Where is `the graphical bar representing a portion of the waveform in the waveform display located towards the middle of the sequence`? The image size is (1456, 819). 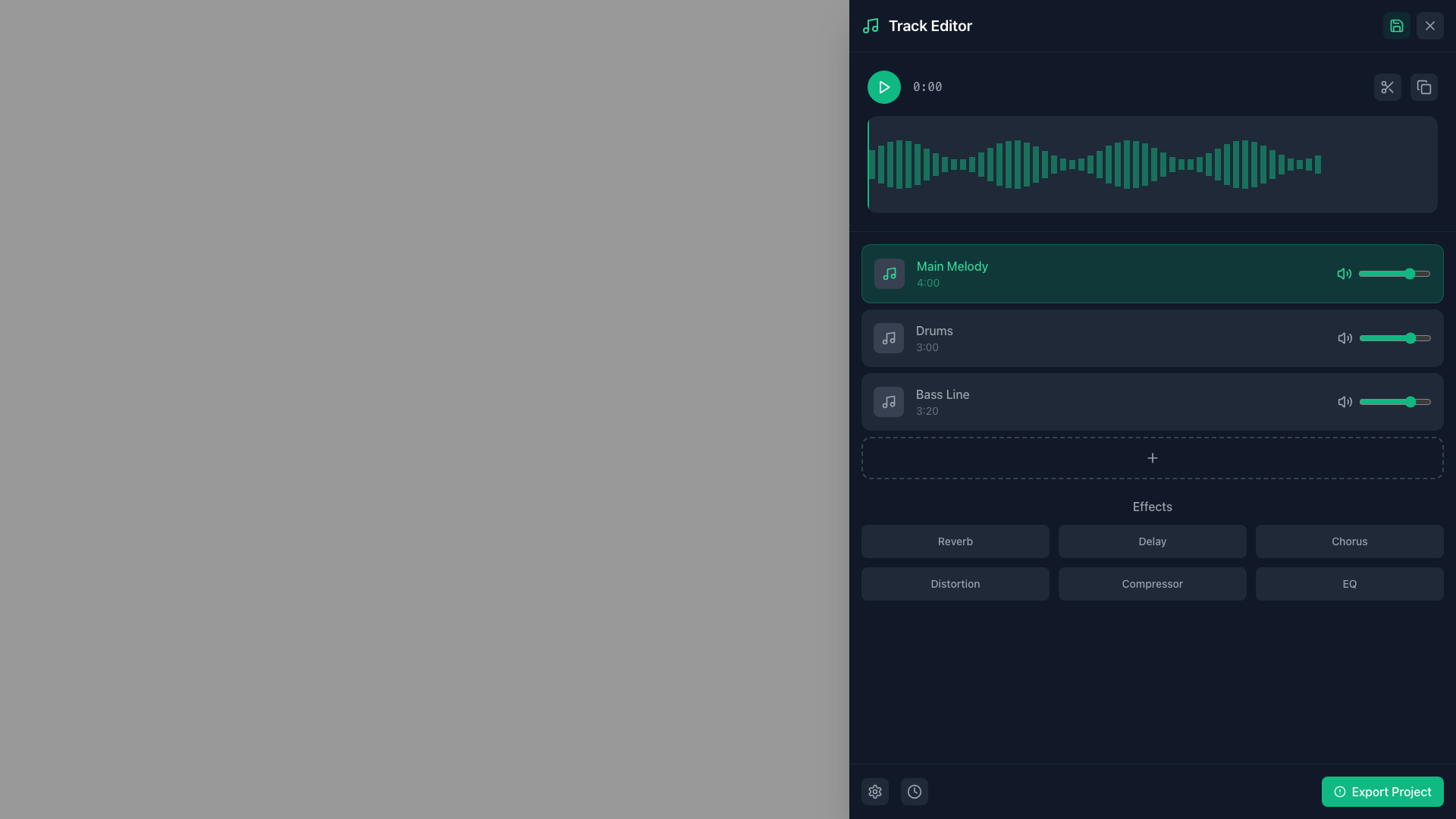 the graphical bar representing a portion of the waveform in the waveform display located towards the middle of the sequence is located at coordinates (926, 164).